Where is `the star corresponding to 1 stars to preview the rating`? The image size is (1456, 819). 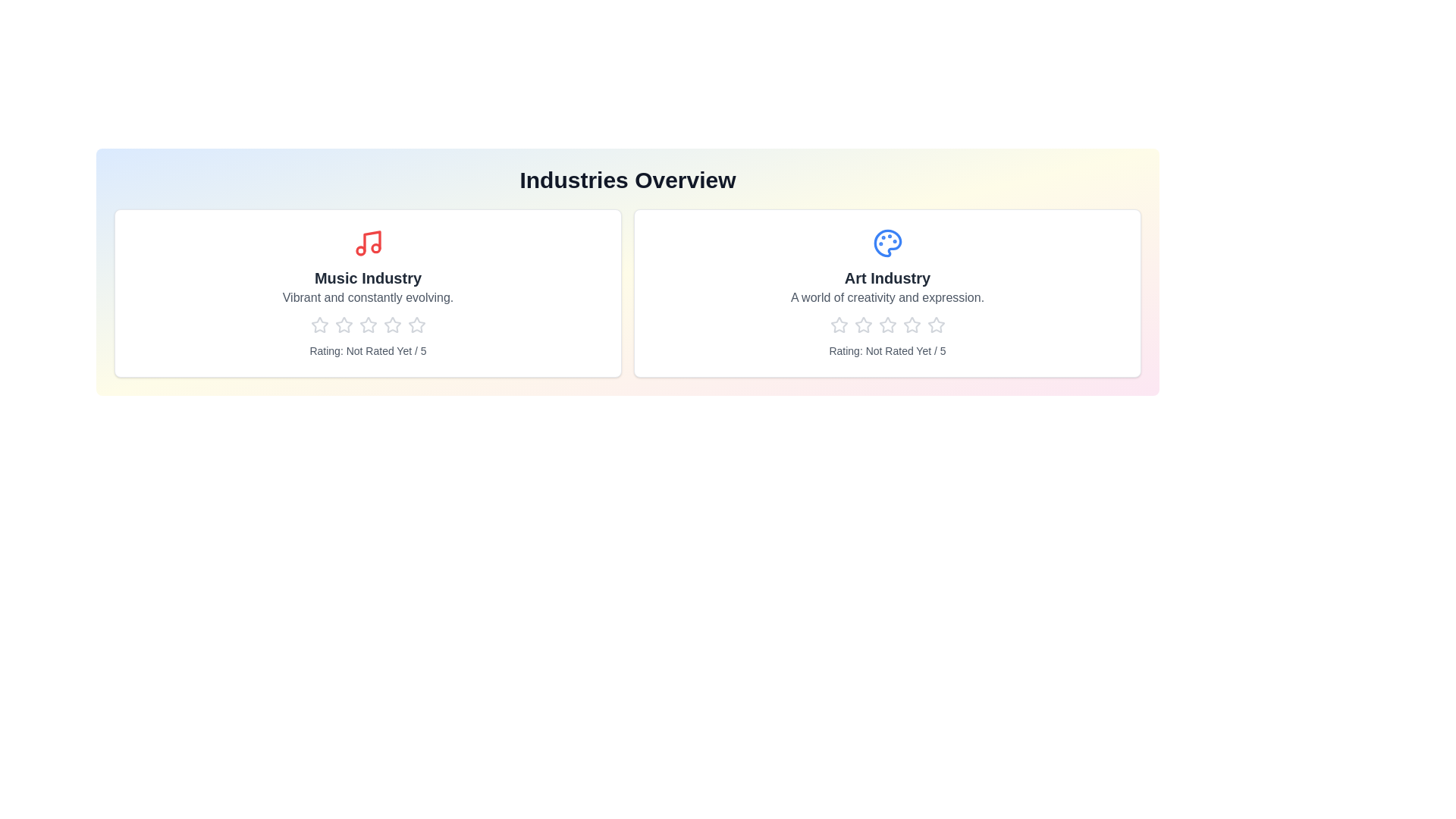
the star corresponding to 1 stars to preview the rating is located at coordinates (318, 324).